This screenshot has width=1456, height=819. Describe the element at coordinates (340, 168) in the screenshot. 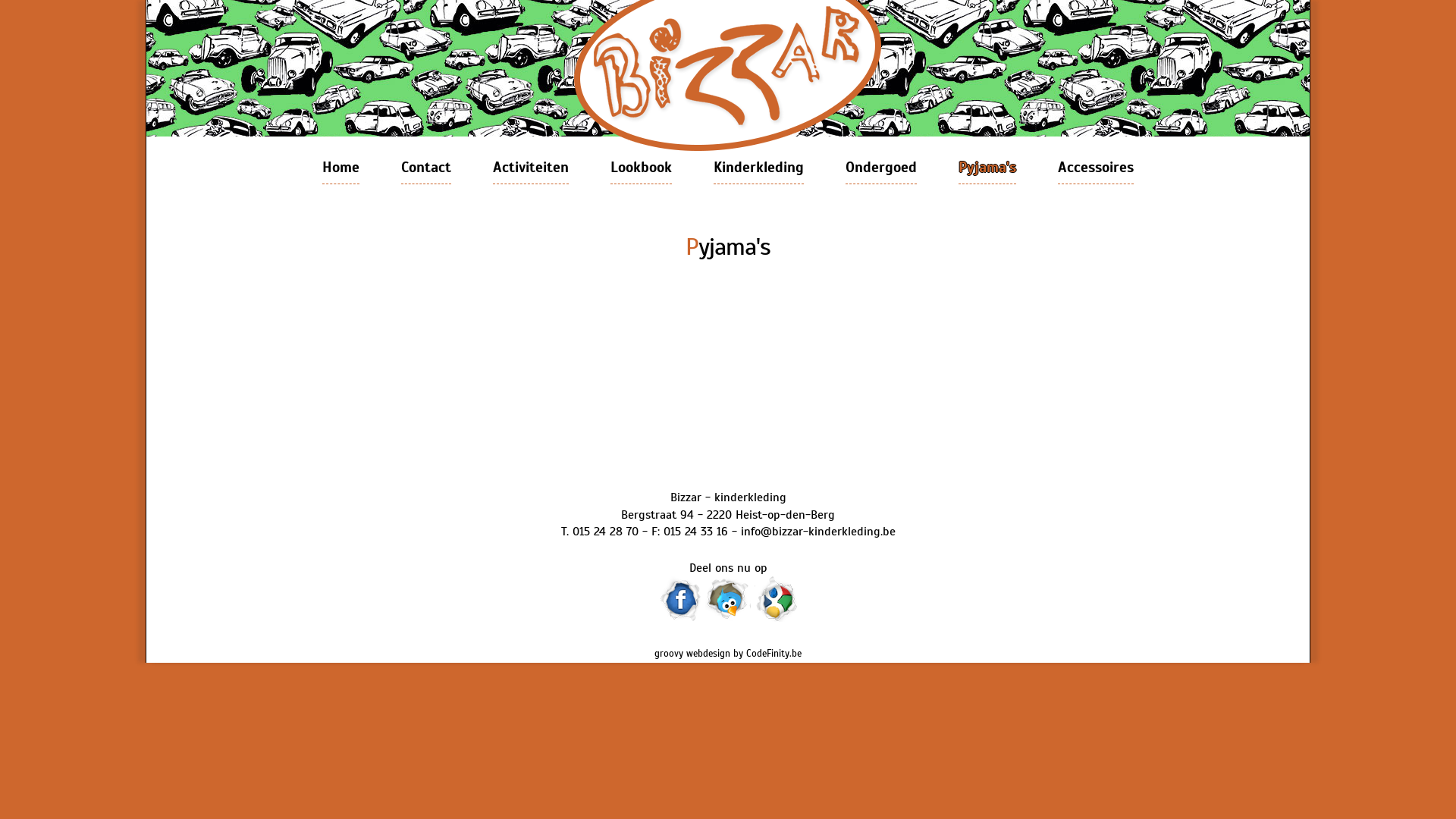

I see `'Home'` at that location.